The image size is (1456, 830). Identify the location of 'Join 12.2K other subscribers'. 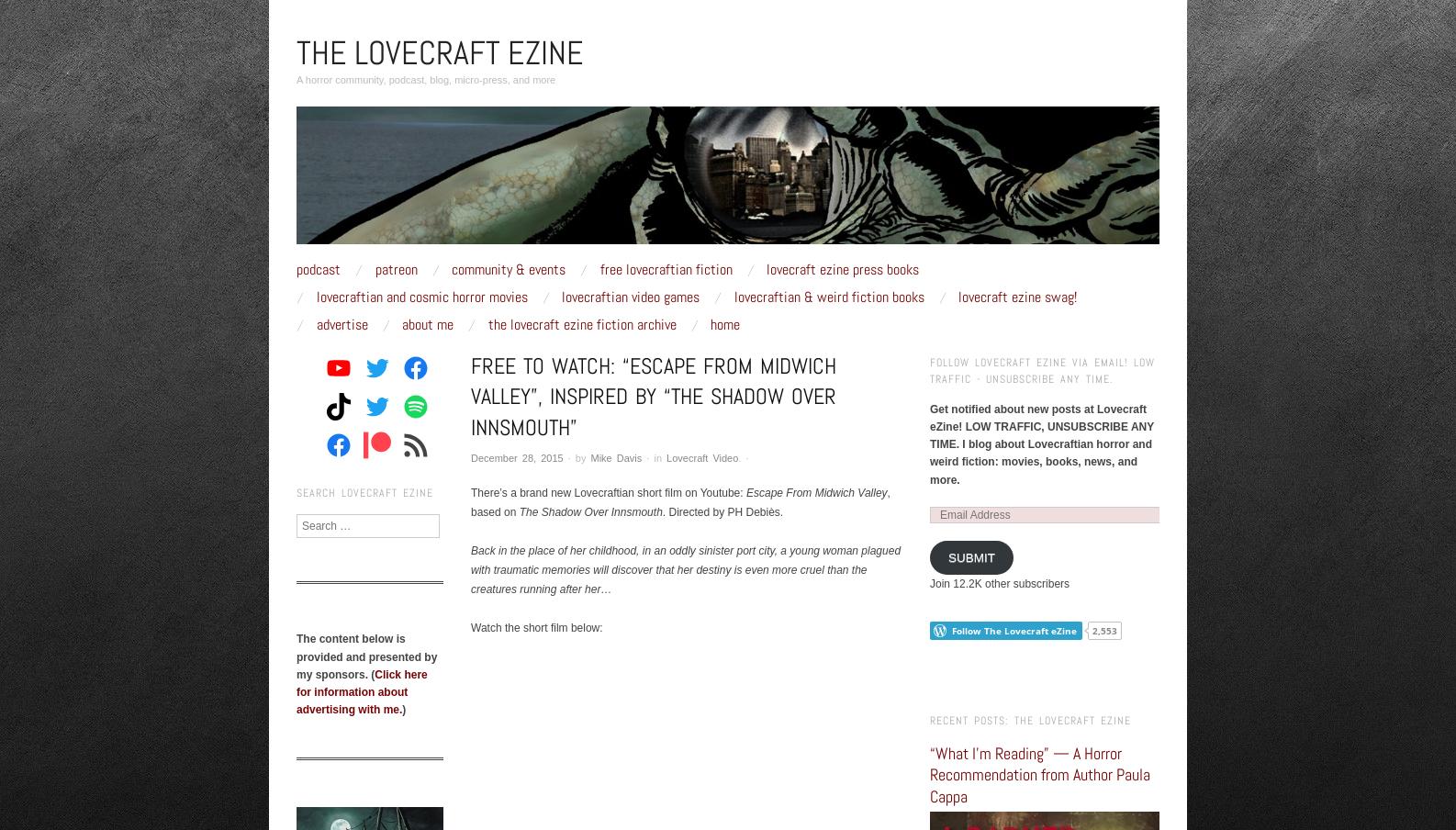
(929, 583).